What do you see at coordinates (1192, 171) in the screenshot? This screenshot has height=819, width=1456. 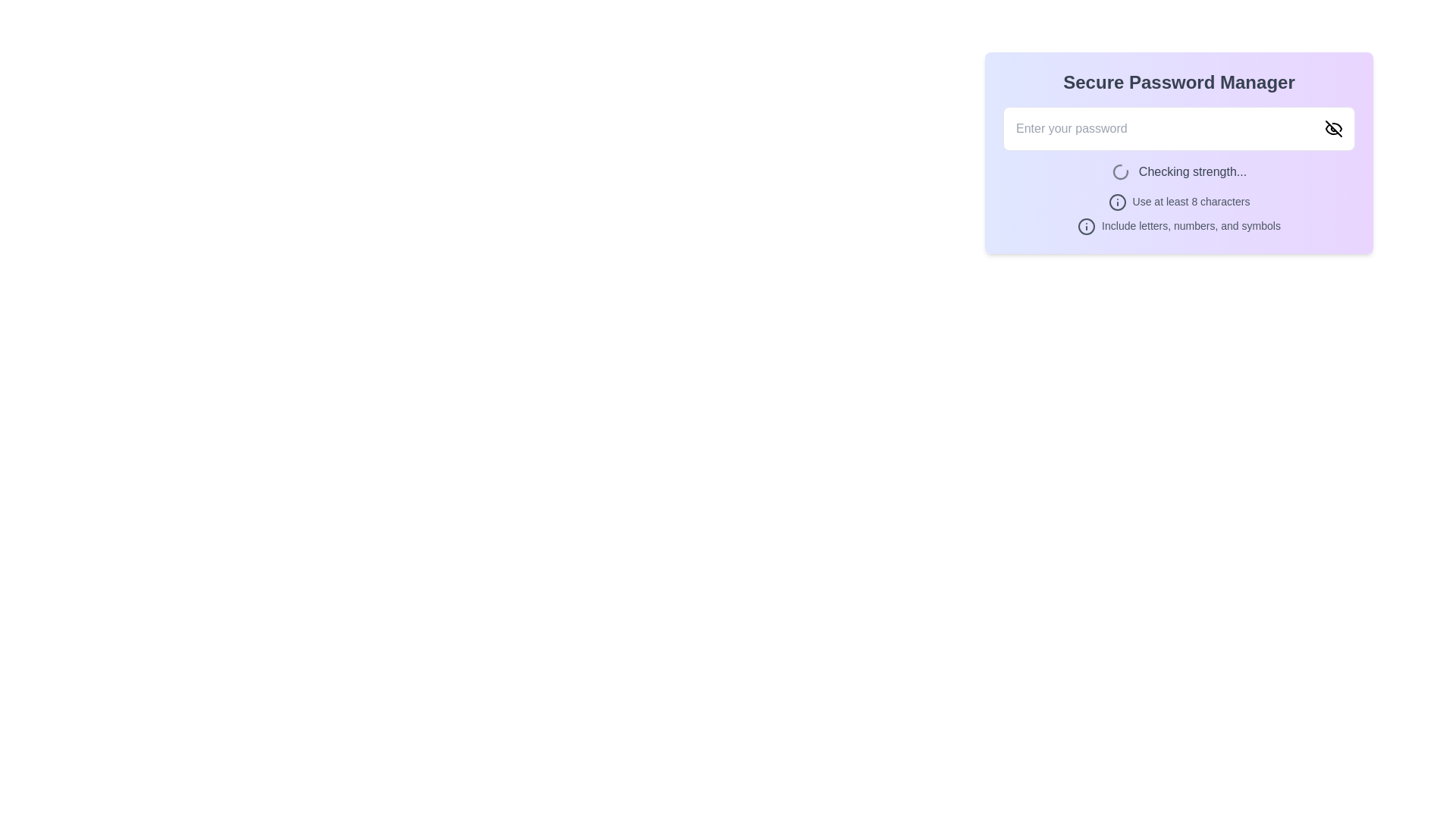 I see `the text label that provides feedback about the password strength checking, located to the right of the spinning loader icon in the password manager input form` at bounding box center [1192, 171].